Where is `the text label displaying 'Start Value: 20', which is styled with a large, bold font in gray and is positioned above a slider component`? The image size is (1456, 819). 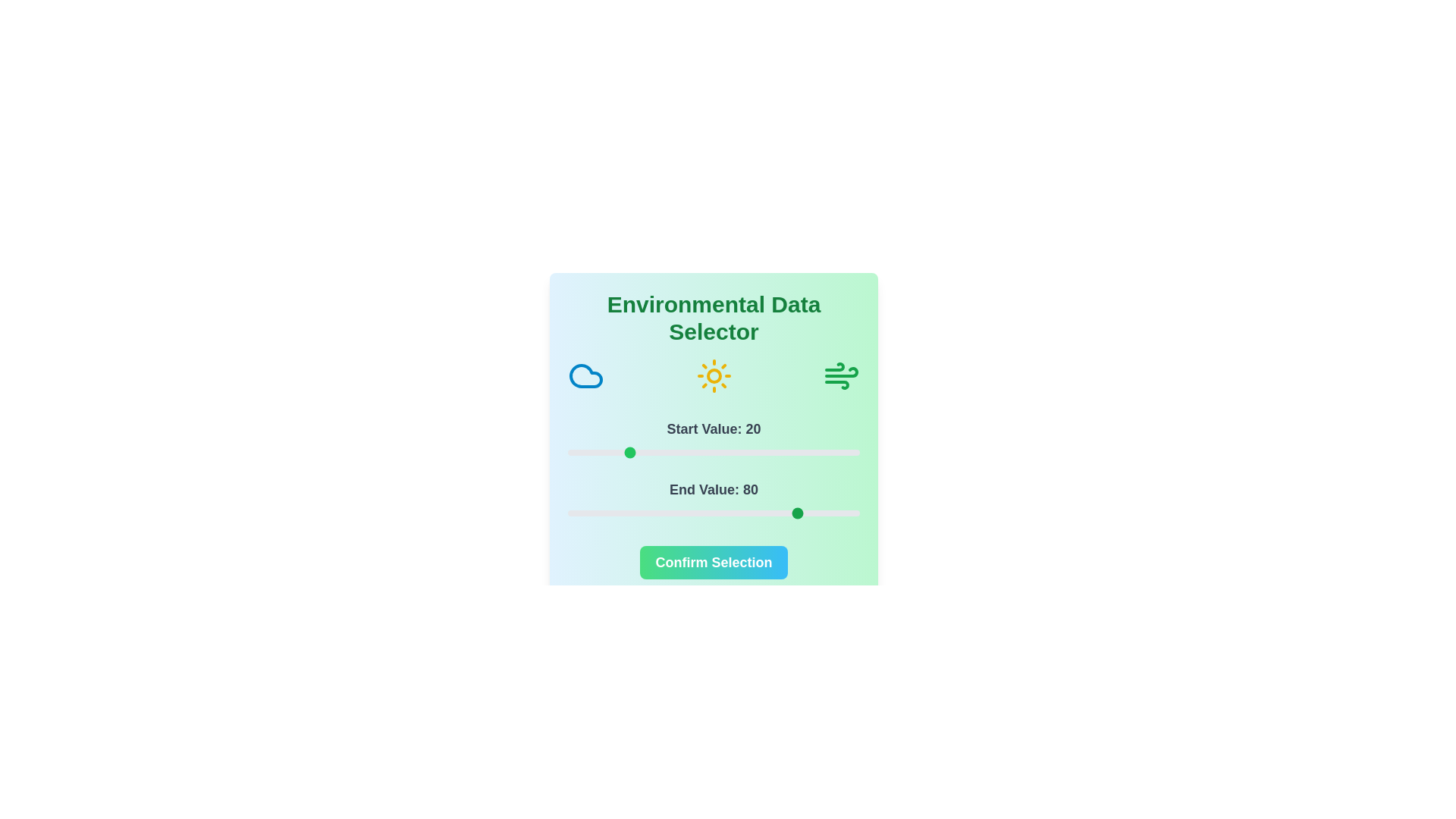 the text label displaying 'Start Value: 20', which is styled with a large, bold font in gray and is positioned above a slider component is located at coordinates (713, 429).